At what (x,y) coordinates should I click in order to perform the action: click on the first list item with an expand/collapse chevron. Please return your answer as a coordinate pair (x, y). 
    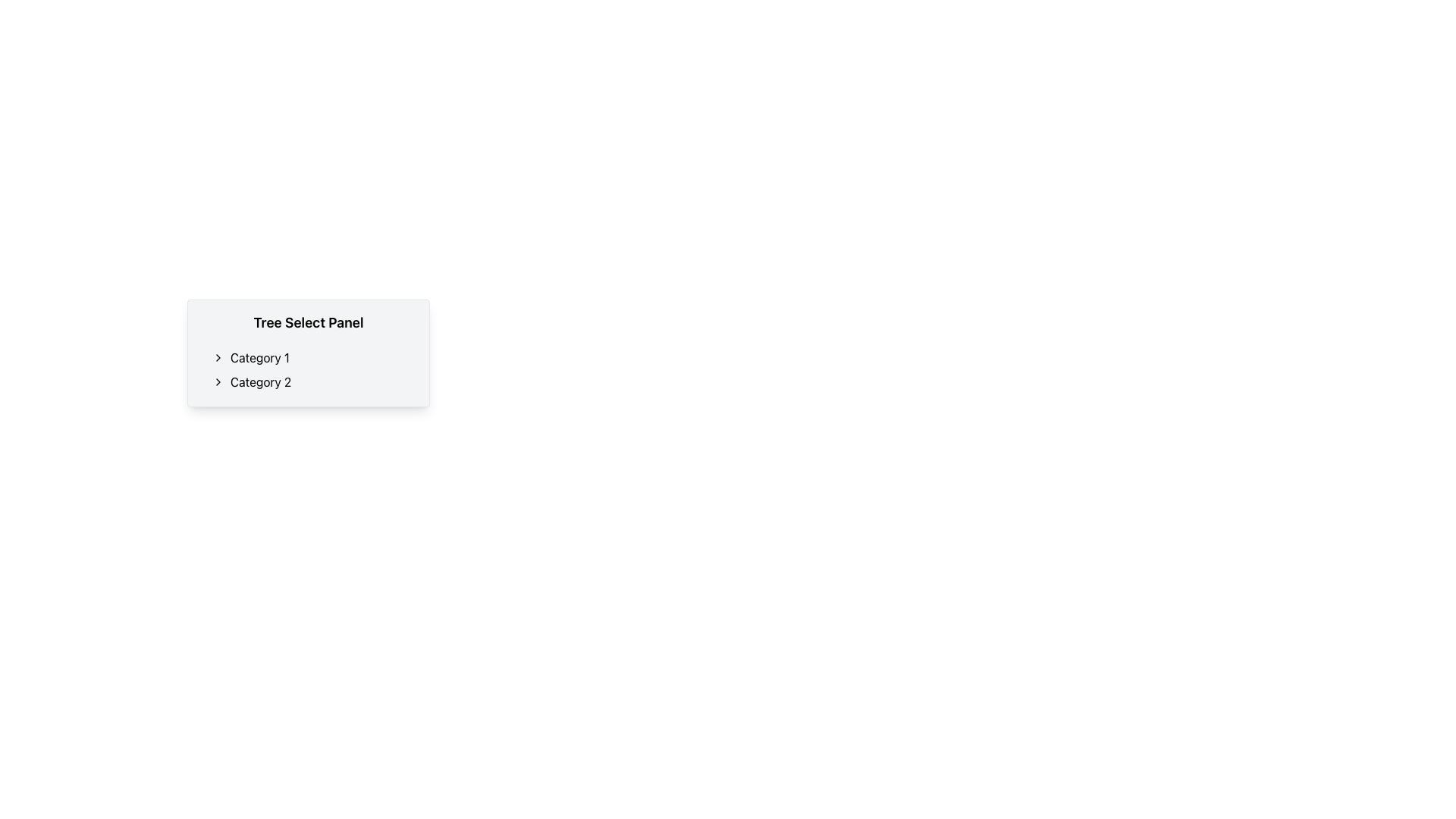
    Looking at the image, I should click on (313, 357).